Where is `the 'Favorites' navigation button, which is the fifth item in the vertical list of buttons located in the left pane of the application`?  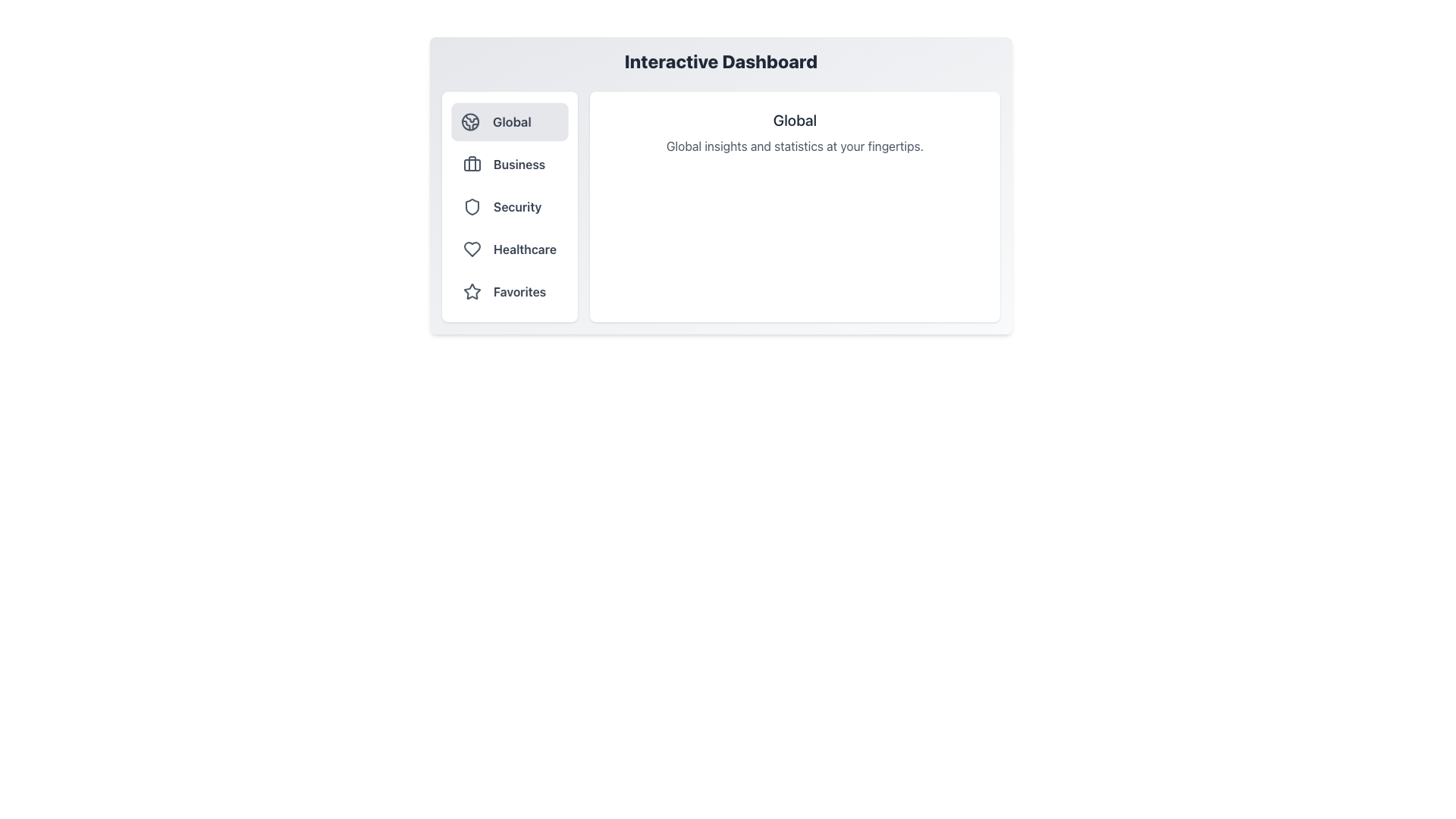 the 'Favorites' navigation button, which is the fifth item in the vertical list of buttons located in the left pane of the application is located at coordinates (510, 292).